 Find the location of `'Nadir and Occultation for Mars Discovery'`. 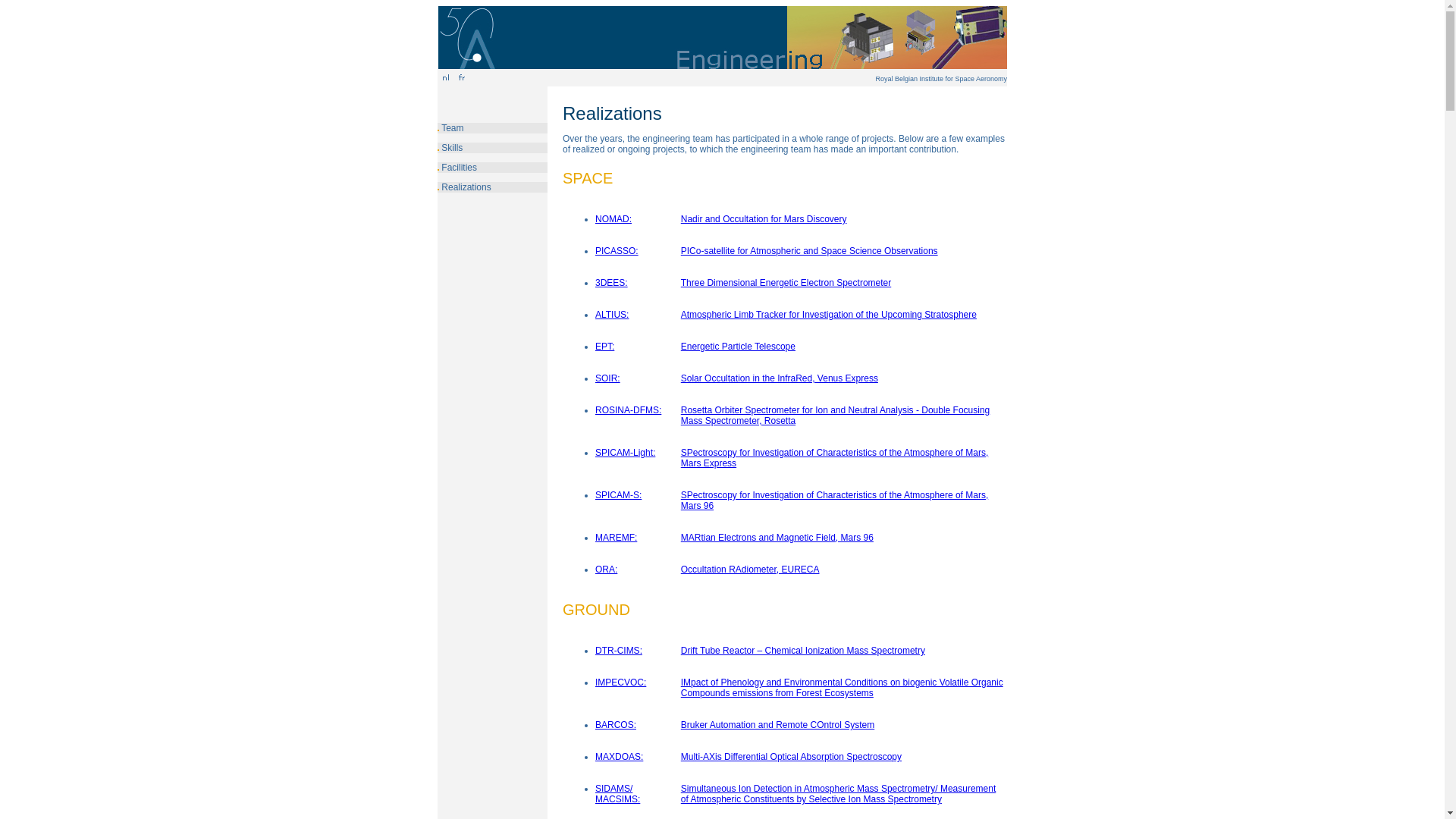

'Nadir and Occultation for Mars Discovery' is located at coordinates (764, 219).